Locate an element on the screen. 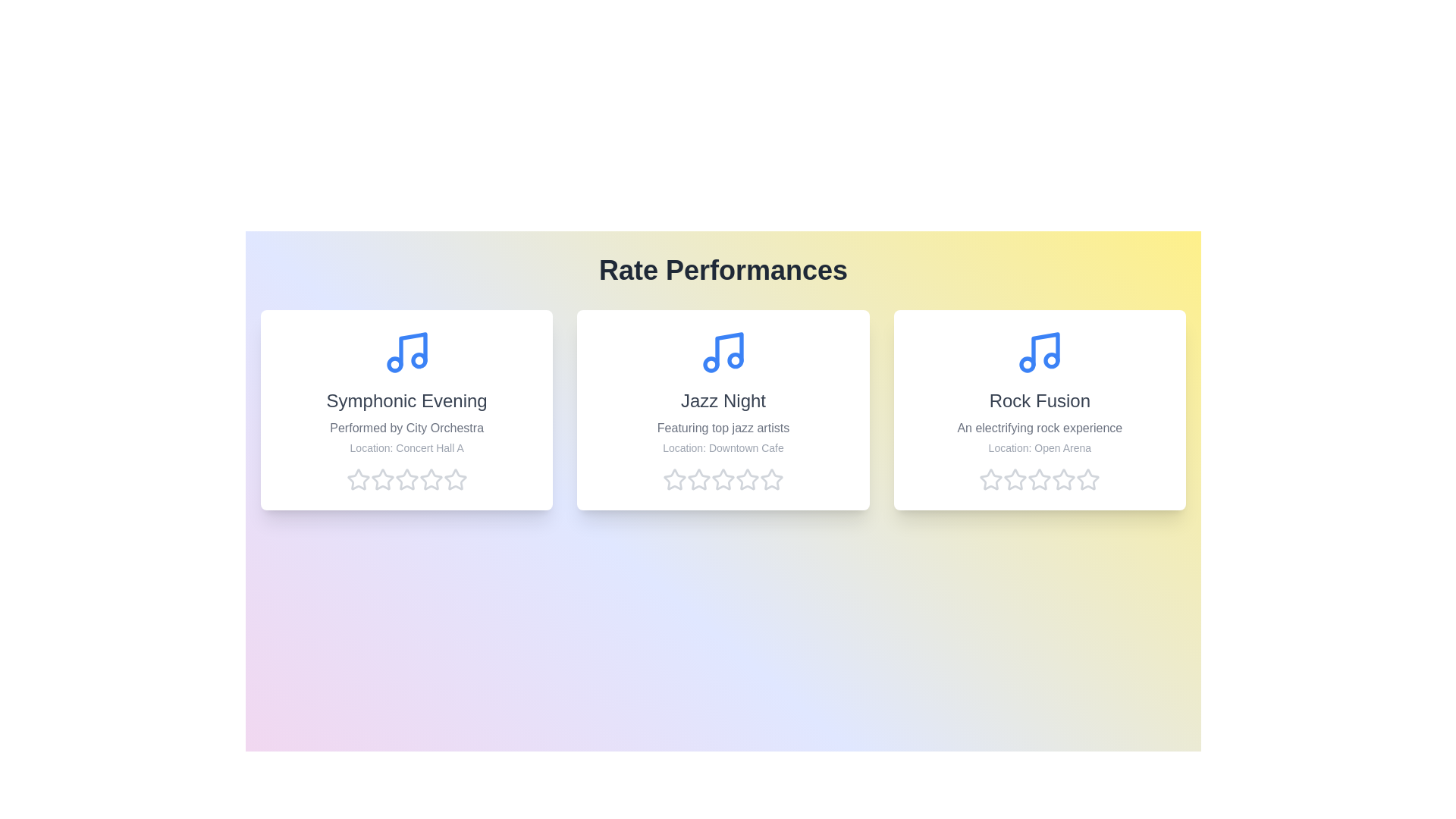  the performance card for Rock Fusion to read its details is located at coordinates (1039, 409).